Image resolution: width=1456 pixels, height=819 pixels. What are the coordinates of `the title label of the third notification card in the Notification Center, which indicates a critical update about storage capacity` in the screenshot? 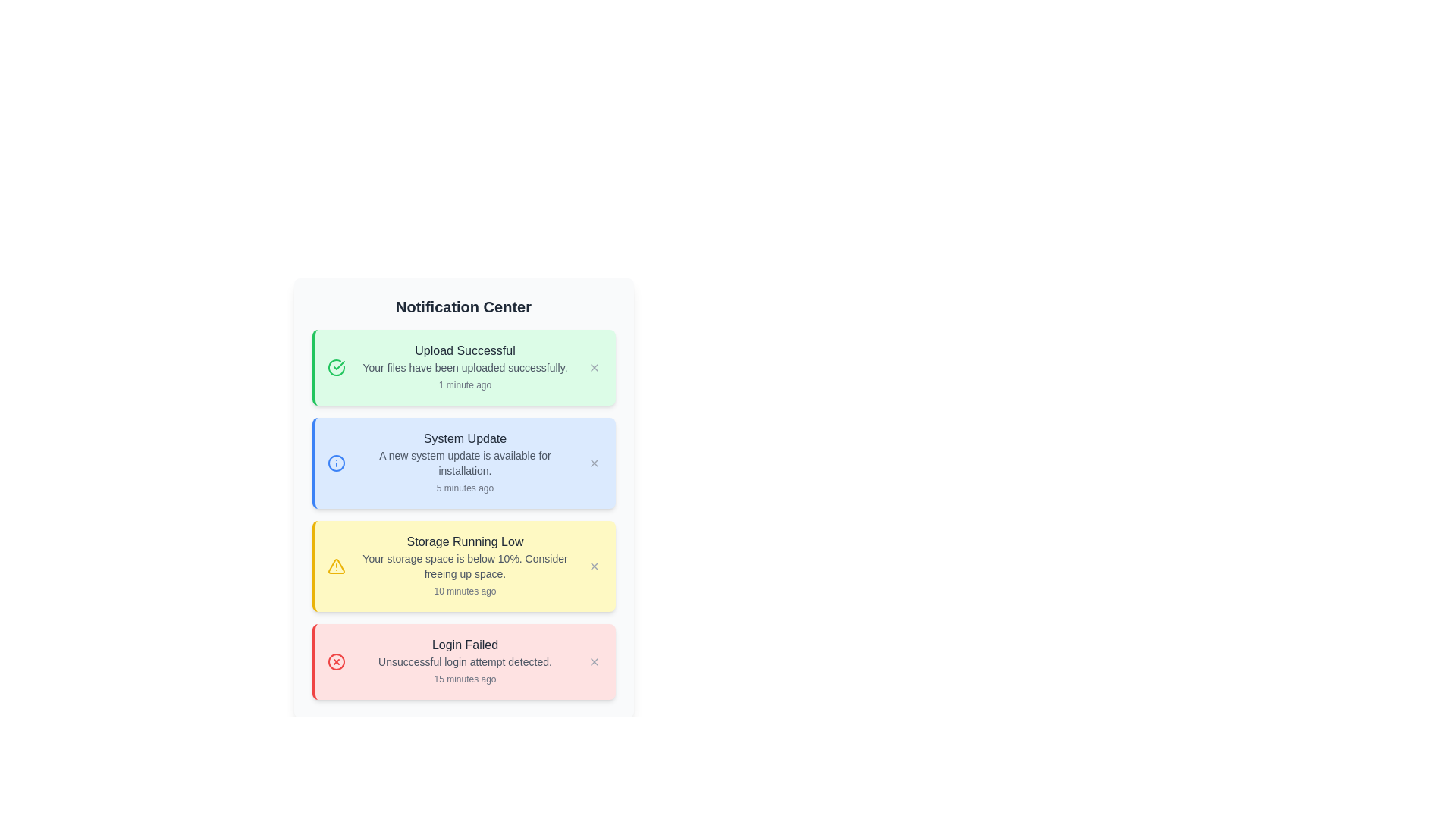 It's located at (464, 541).